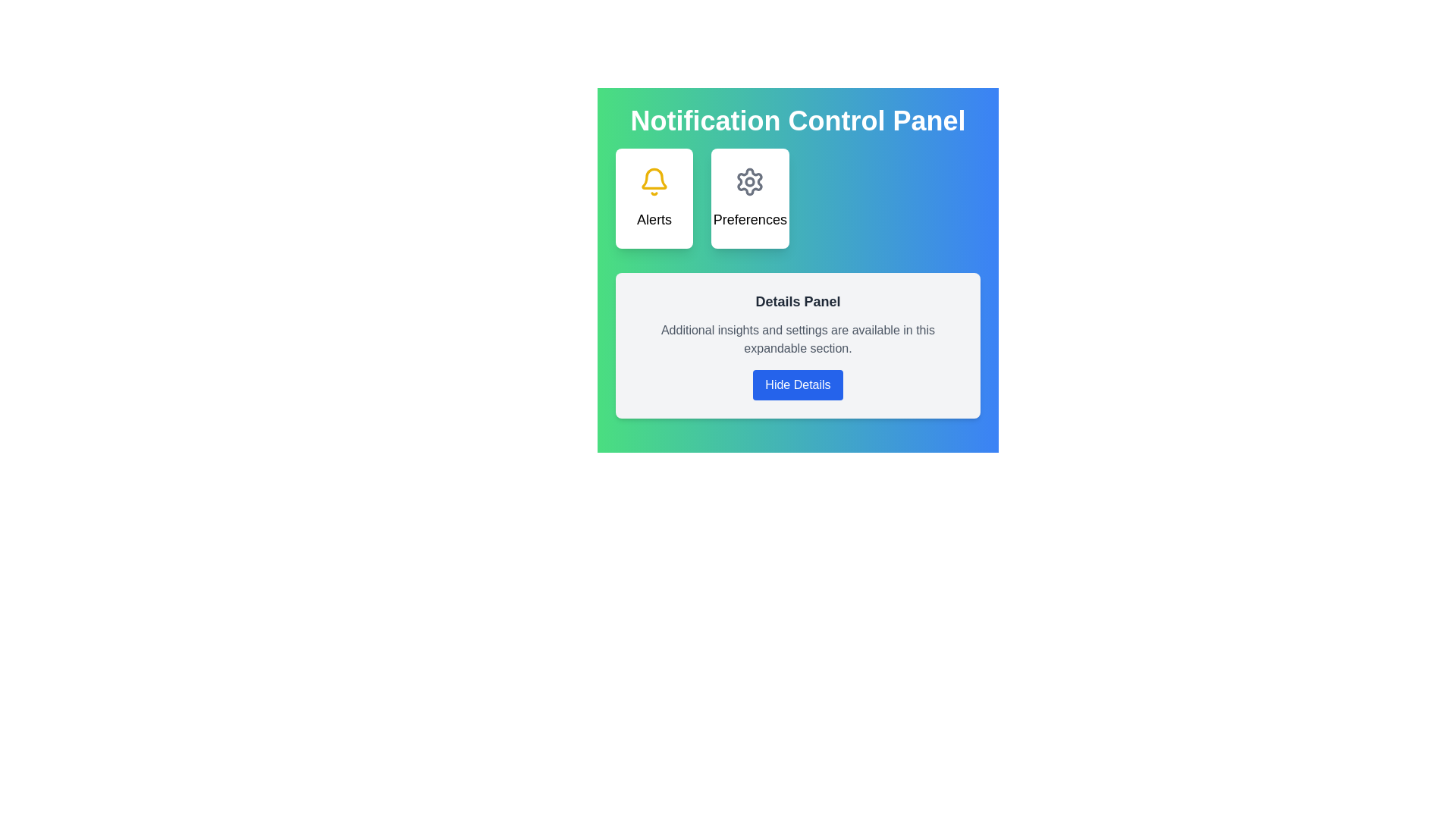 The image size is (1456, 819). What do you see at coordinates (654, 177) in the screenshot?
I see `the yellow-orange bell-shaped icon located in the top left of the interface within the 'Alerts' box` at bounding box center [654, 177].